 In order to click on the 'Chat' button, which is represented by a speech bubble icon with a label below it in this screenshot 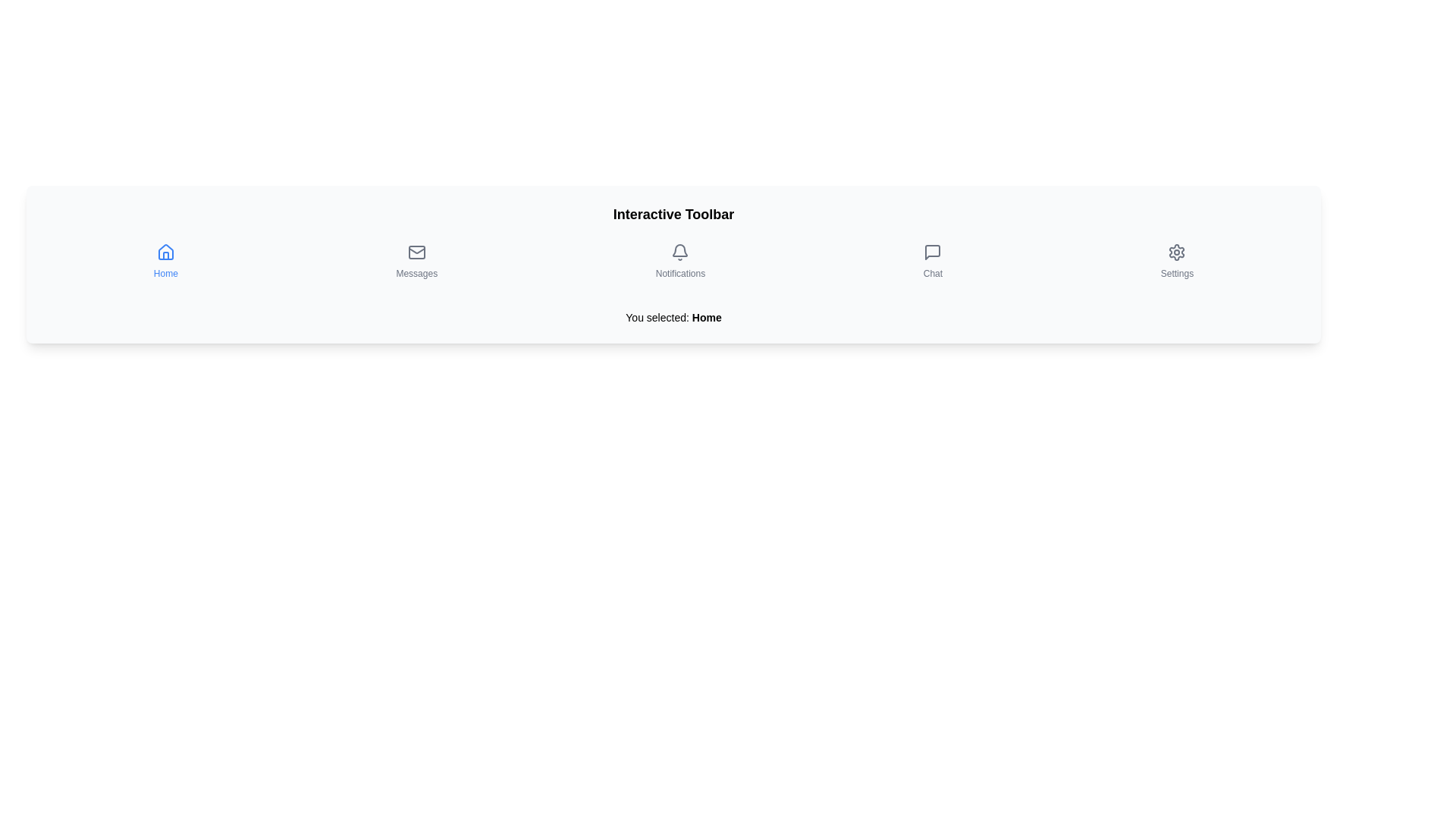, I will do `click(932, 260)`.